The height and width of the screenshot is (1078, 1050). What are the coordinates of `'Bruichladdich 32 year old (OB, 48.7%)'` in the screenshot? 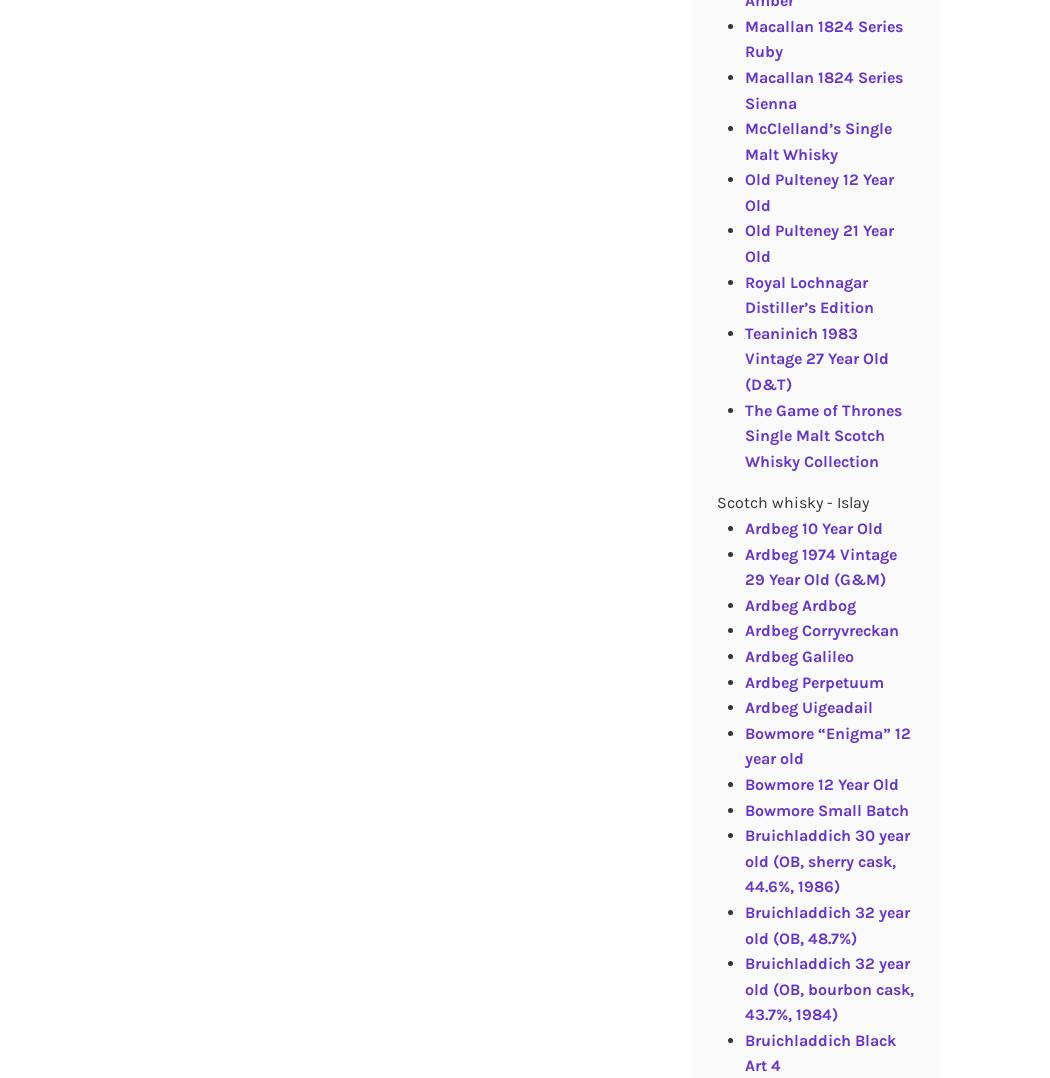 It's located at (743, 924).